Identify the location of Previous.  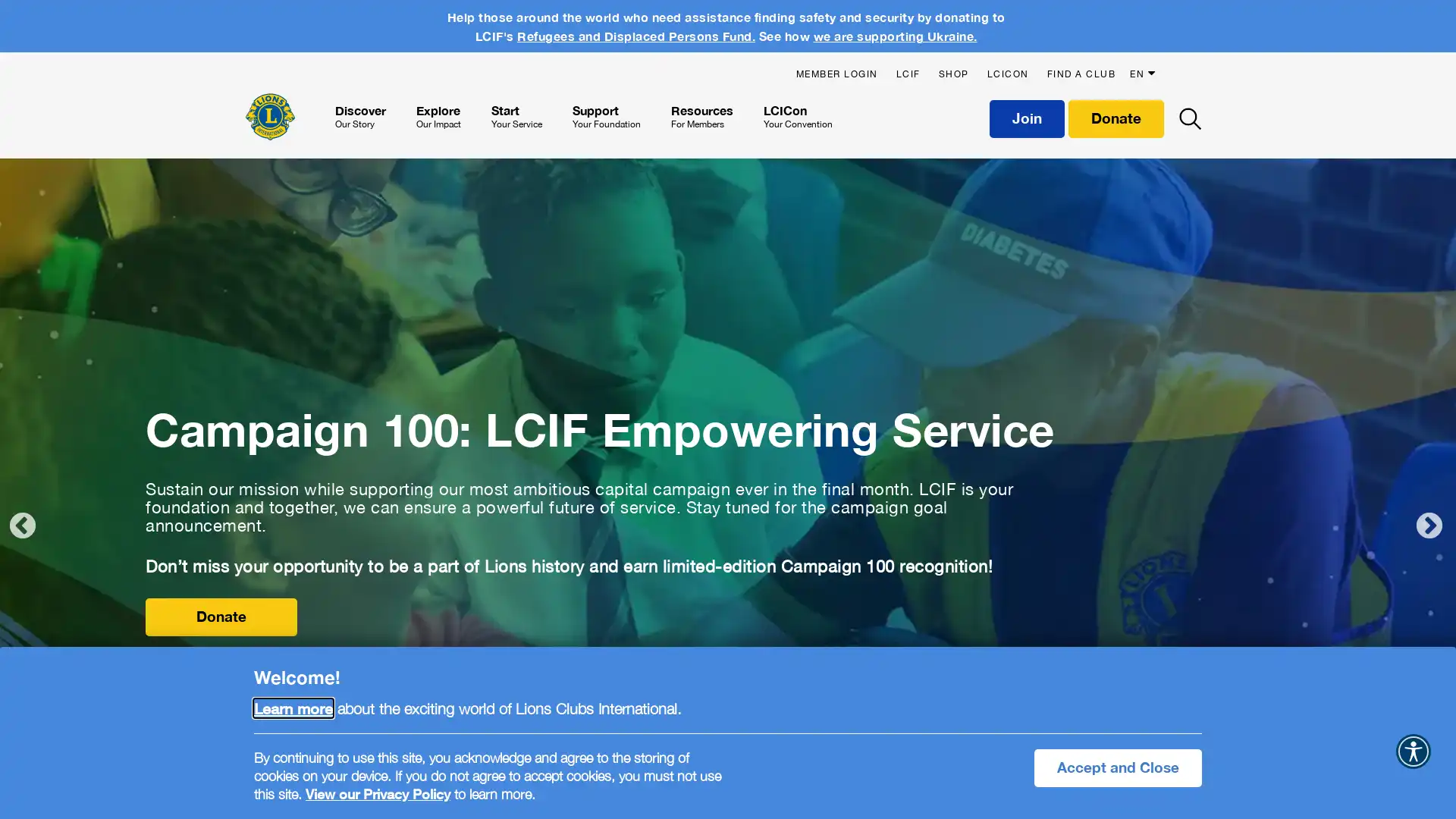
(22, 526).